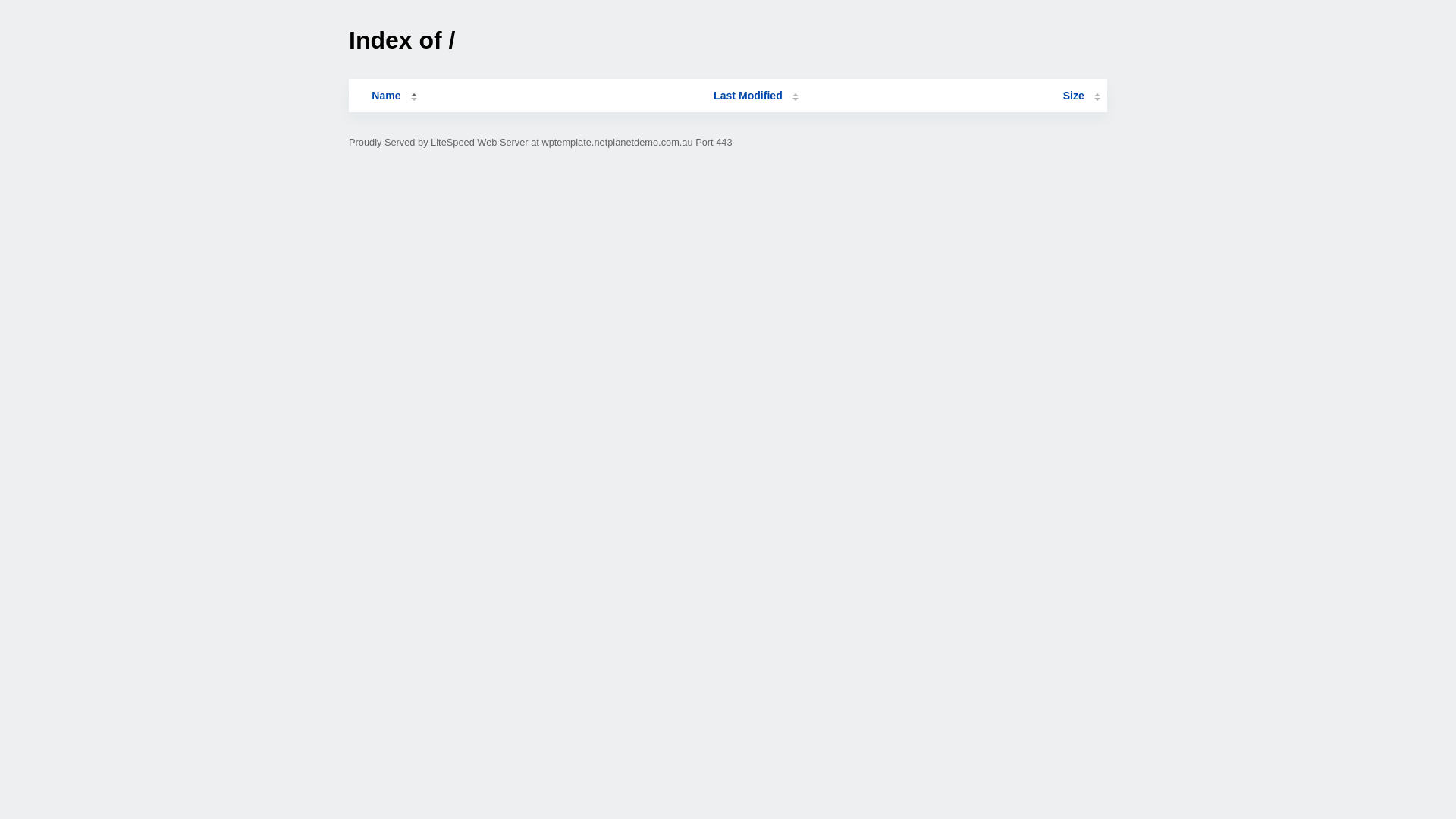 The height and width of the screenshot is (819, 1456). What do you see at coordinates (385, 96) in the screenshot?
I see `'Name'` at bounding box center [385, 96].